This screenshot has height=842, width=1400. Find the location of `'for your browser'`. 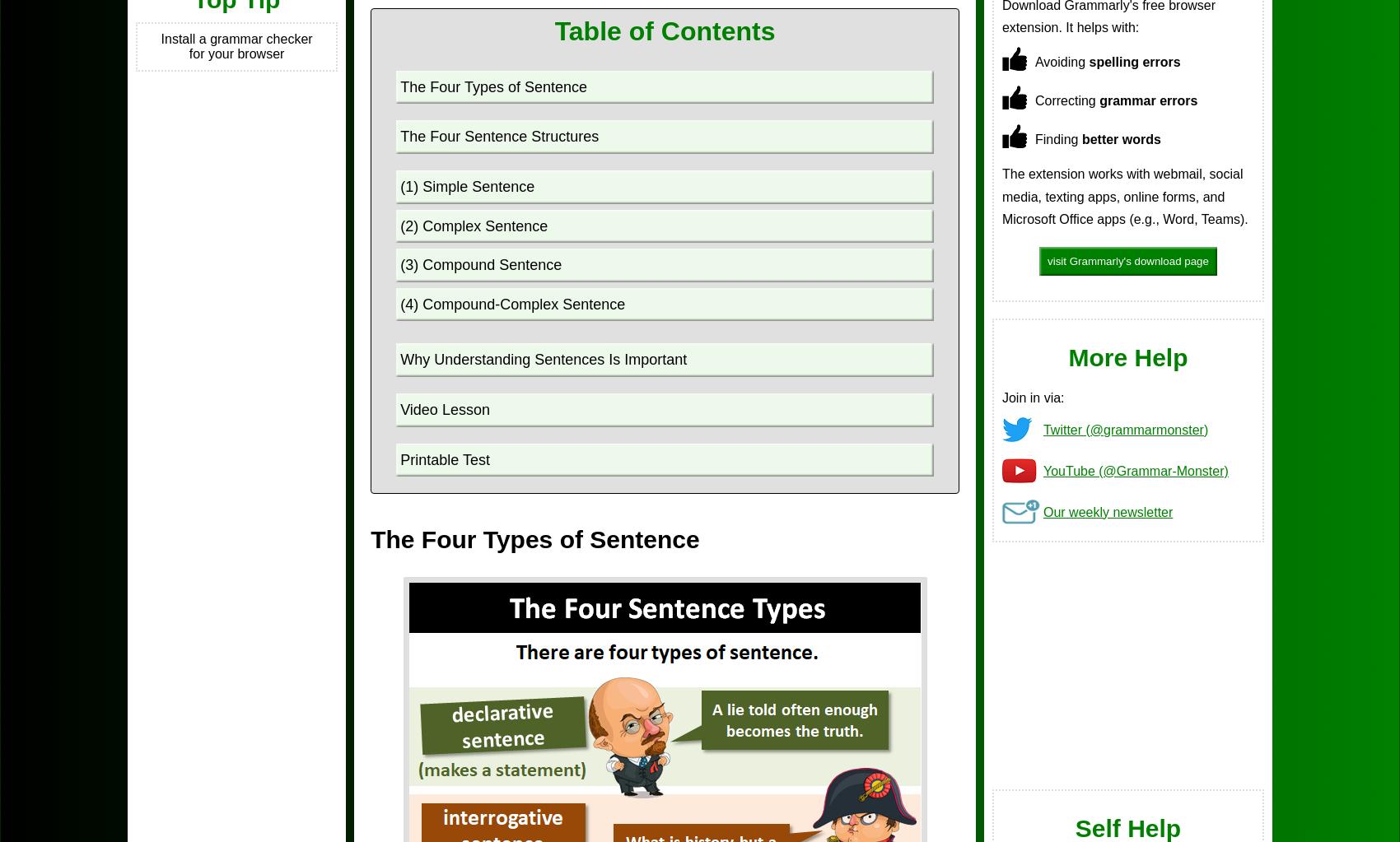

'for your browser' is located at coordinates (236, 53).